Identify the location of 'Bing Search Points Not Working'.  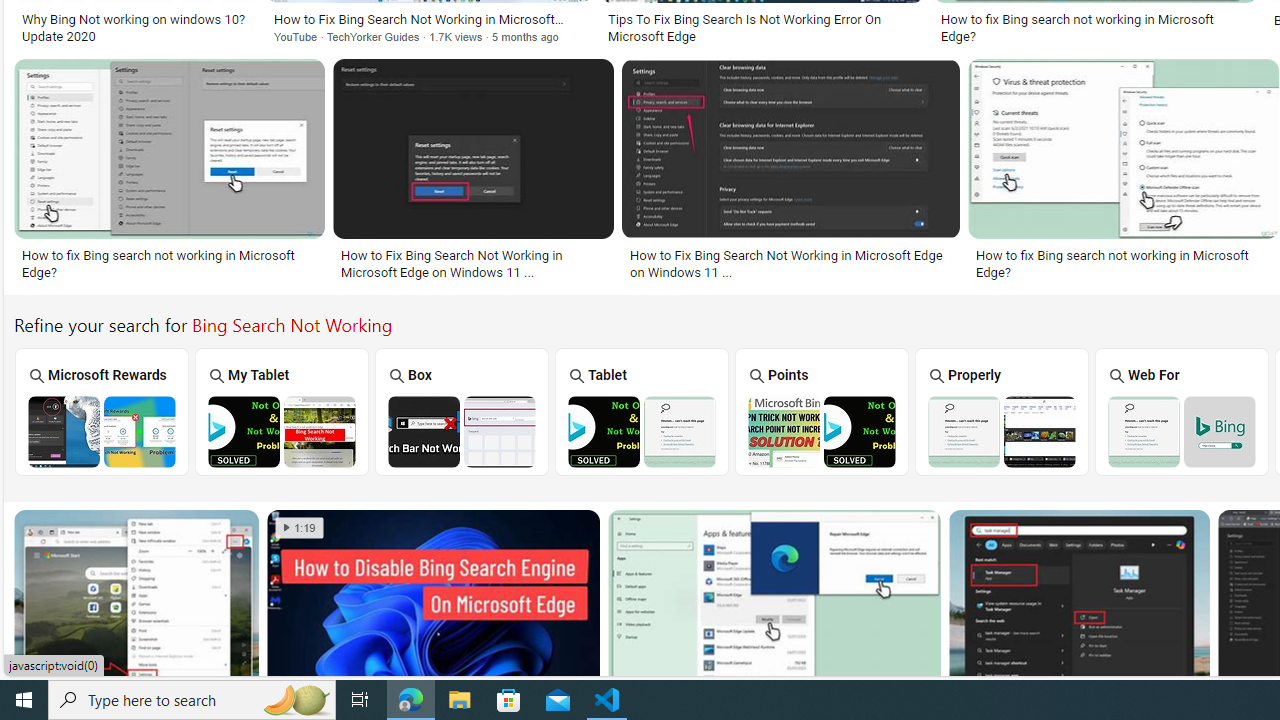
(821, 430).